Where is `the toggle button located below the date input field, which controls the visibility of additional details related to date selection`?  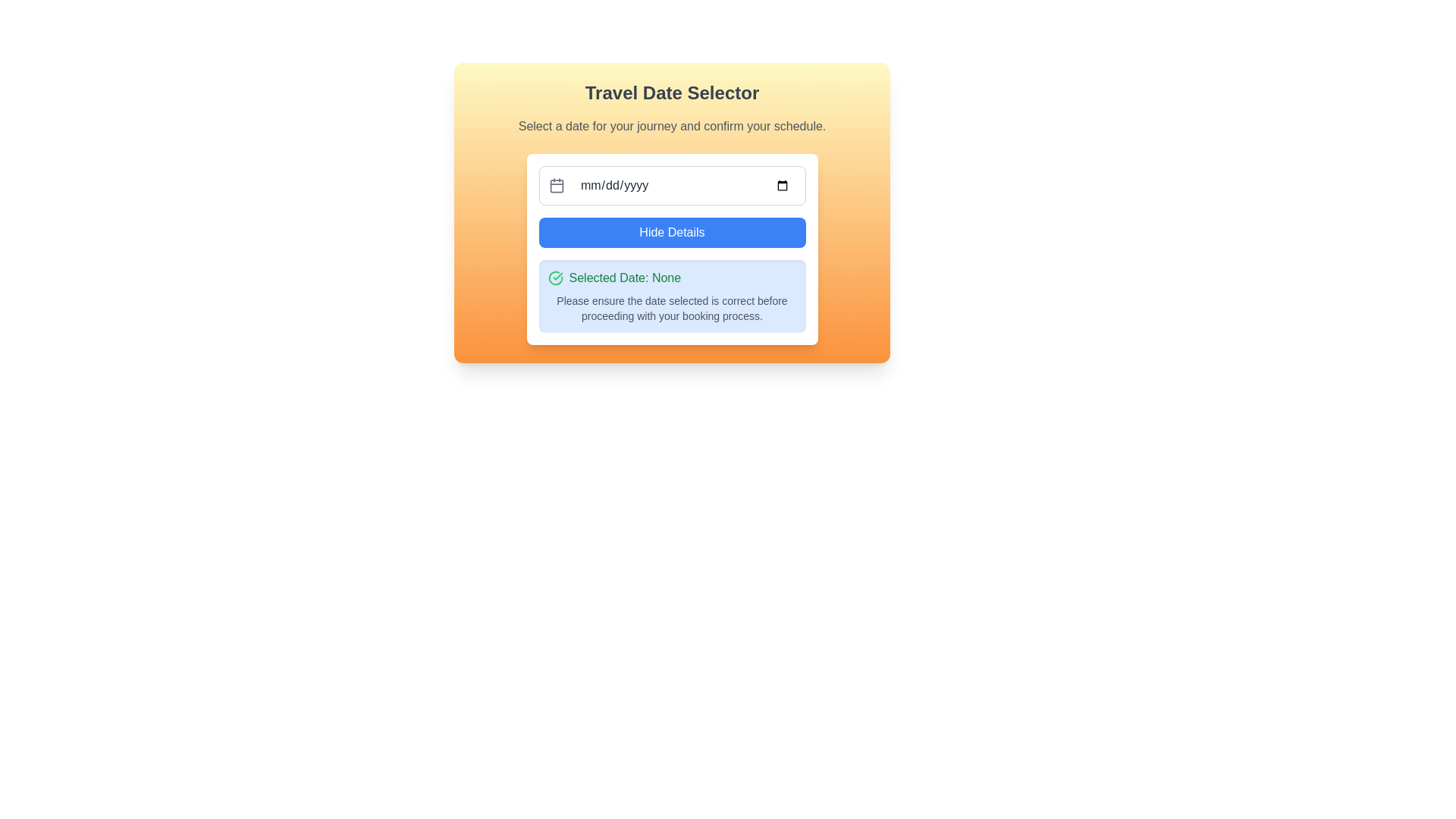 the toggle button located below the date input field, which controls the visibility of additional details related to date selection is located at coordinates (671, 233).